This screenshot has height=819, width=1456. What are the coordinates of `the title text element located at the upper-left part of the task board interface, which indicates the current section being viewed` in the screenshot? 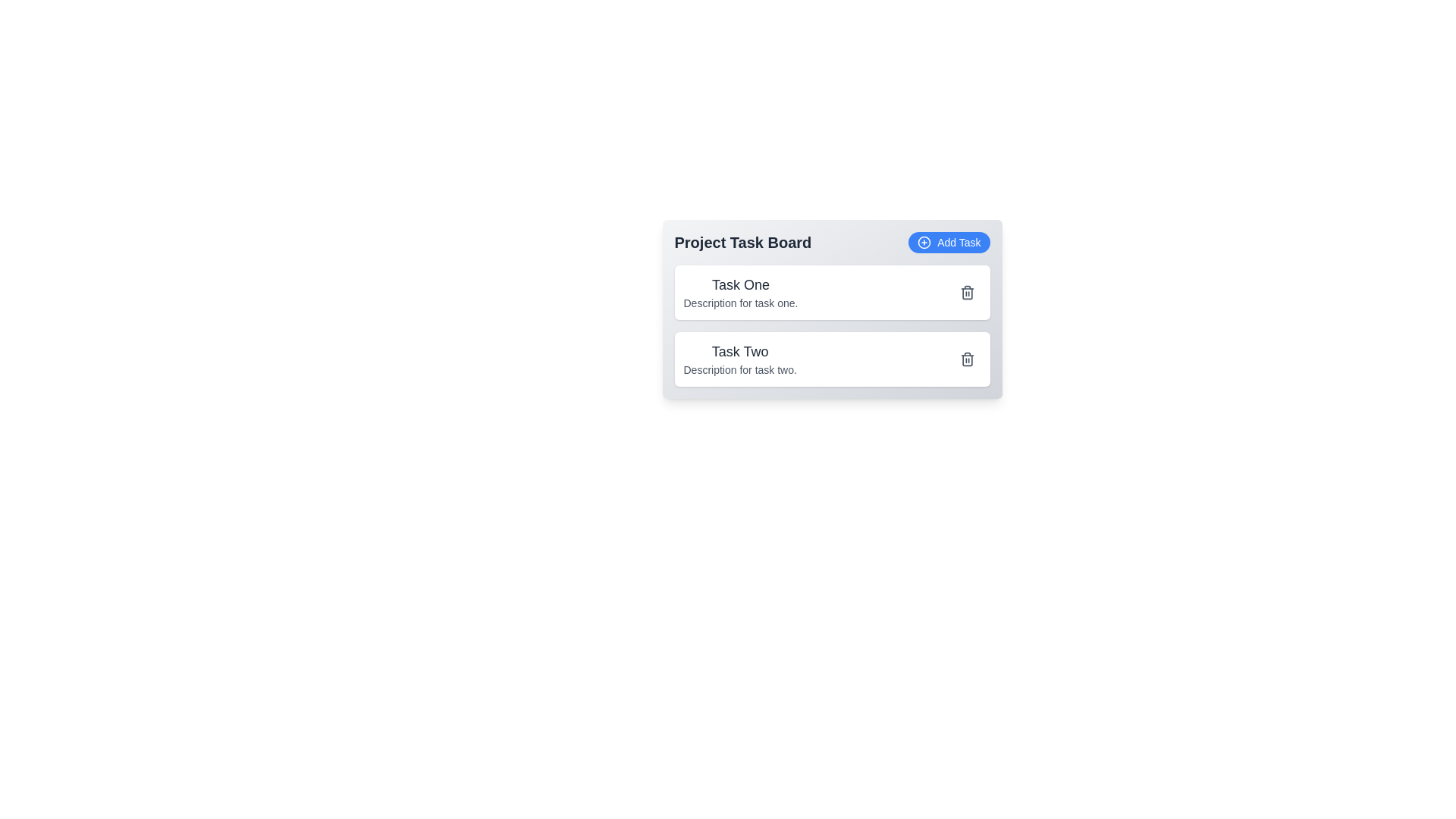 It's located at (742, 242).